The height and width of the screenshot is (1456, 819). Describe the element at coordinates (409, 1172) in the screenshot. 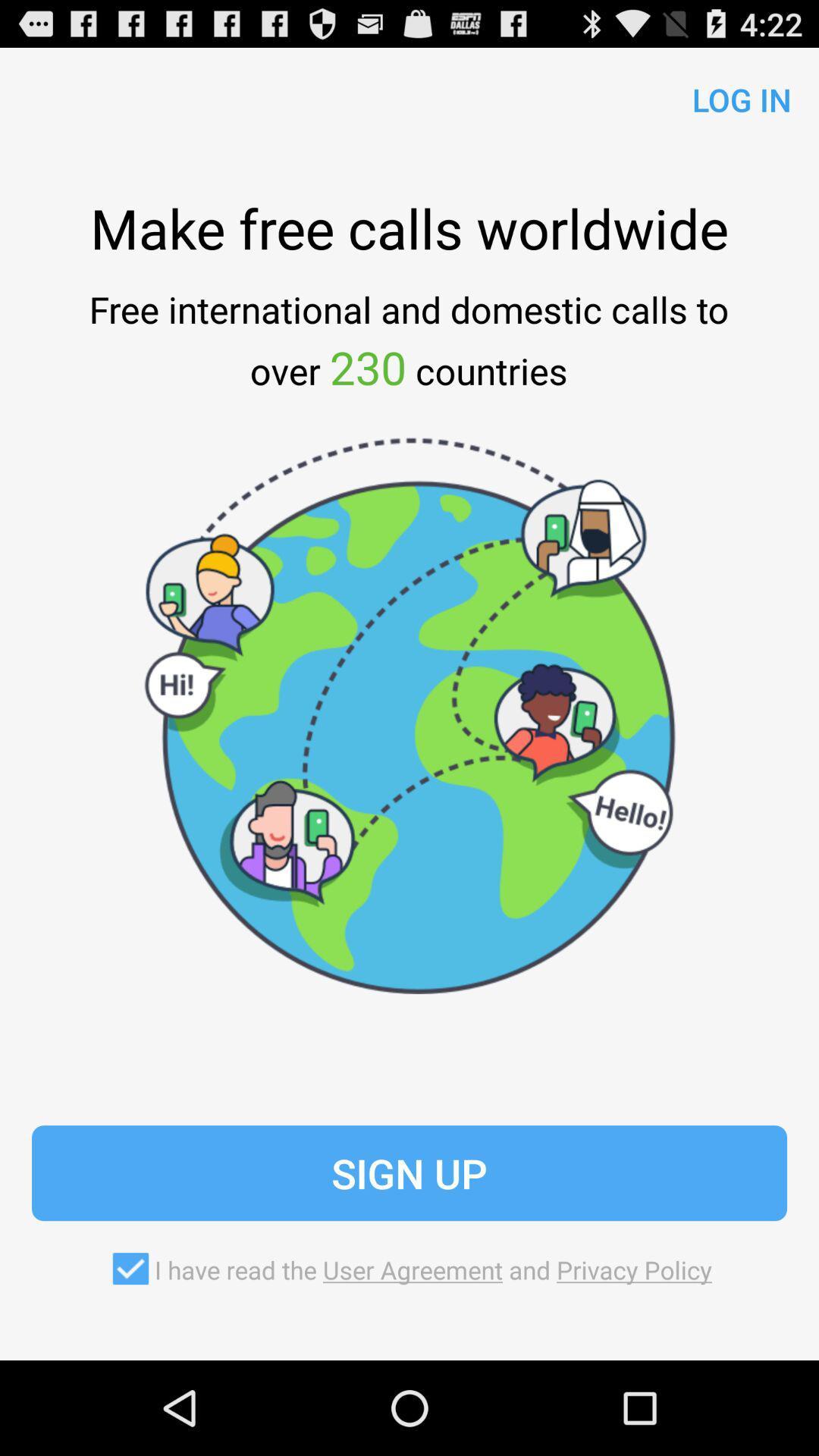

I see `the icon above i have read item` at that location.